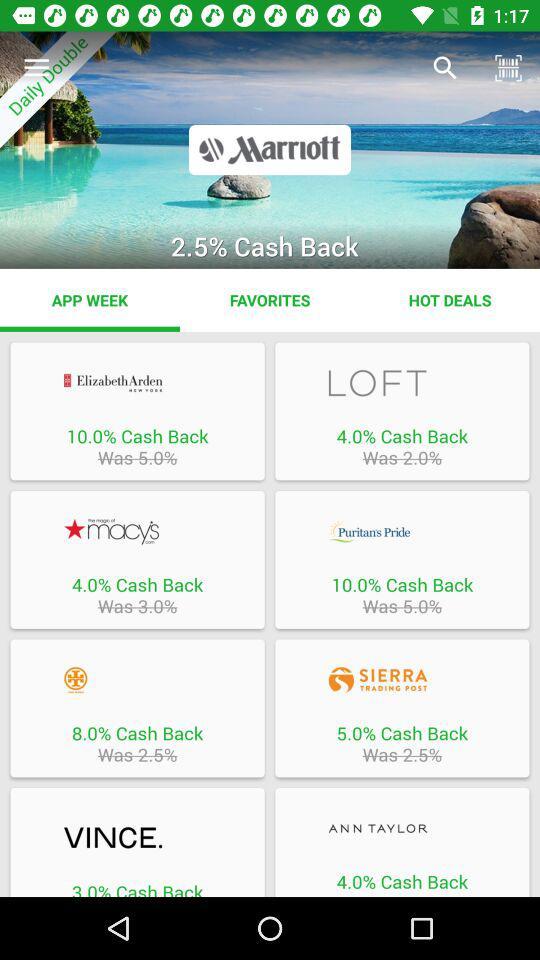  What do you see at coordinates (449, 299) in the screenshot?
I see `app to the right of favorites icon` at bounding box center [449, 299].